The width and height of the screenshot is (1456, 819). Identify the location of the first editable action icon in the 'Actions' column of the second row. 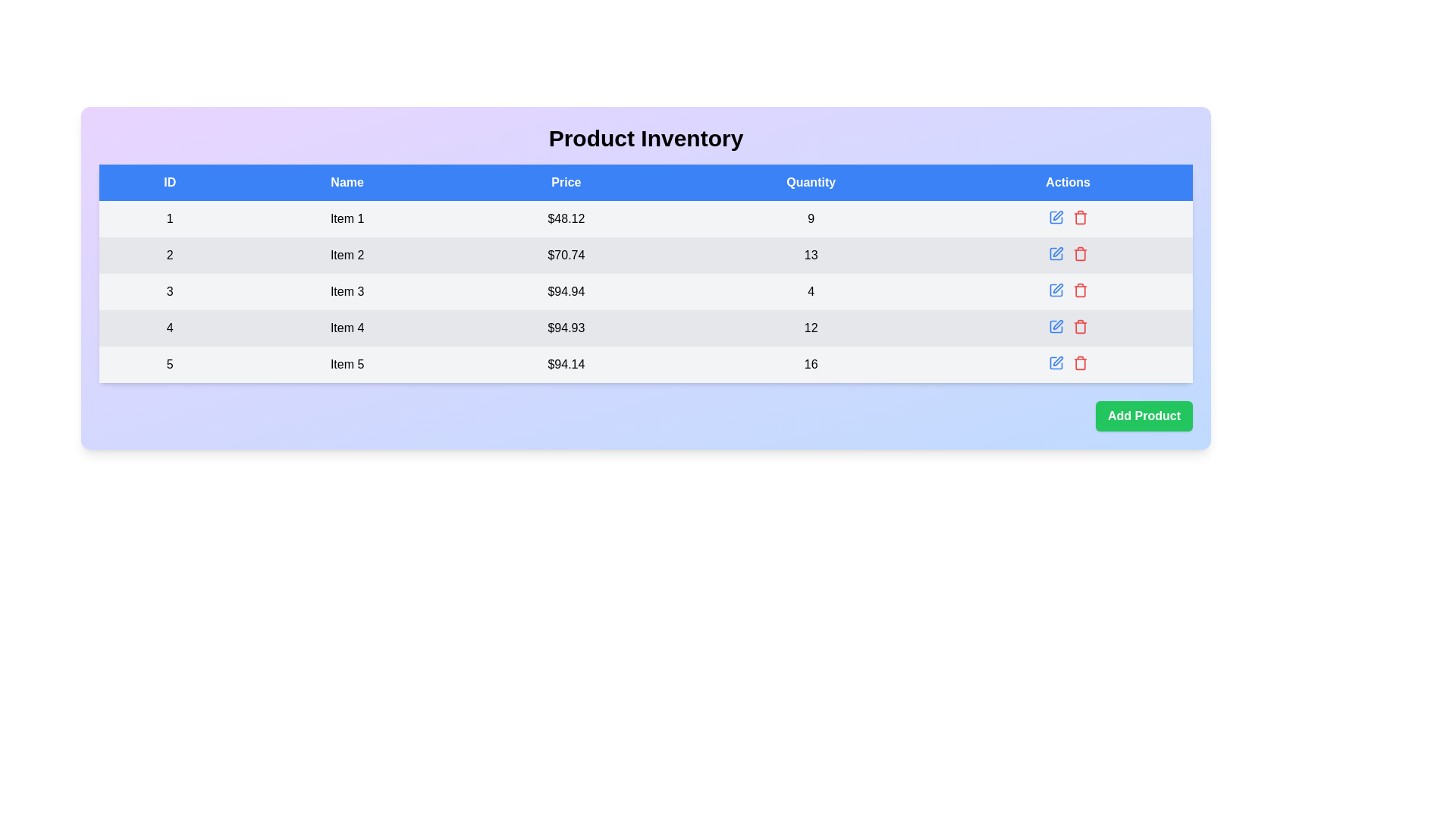
(1055, 253).